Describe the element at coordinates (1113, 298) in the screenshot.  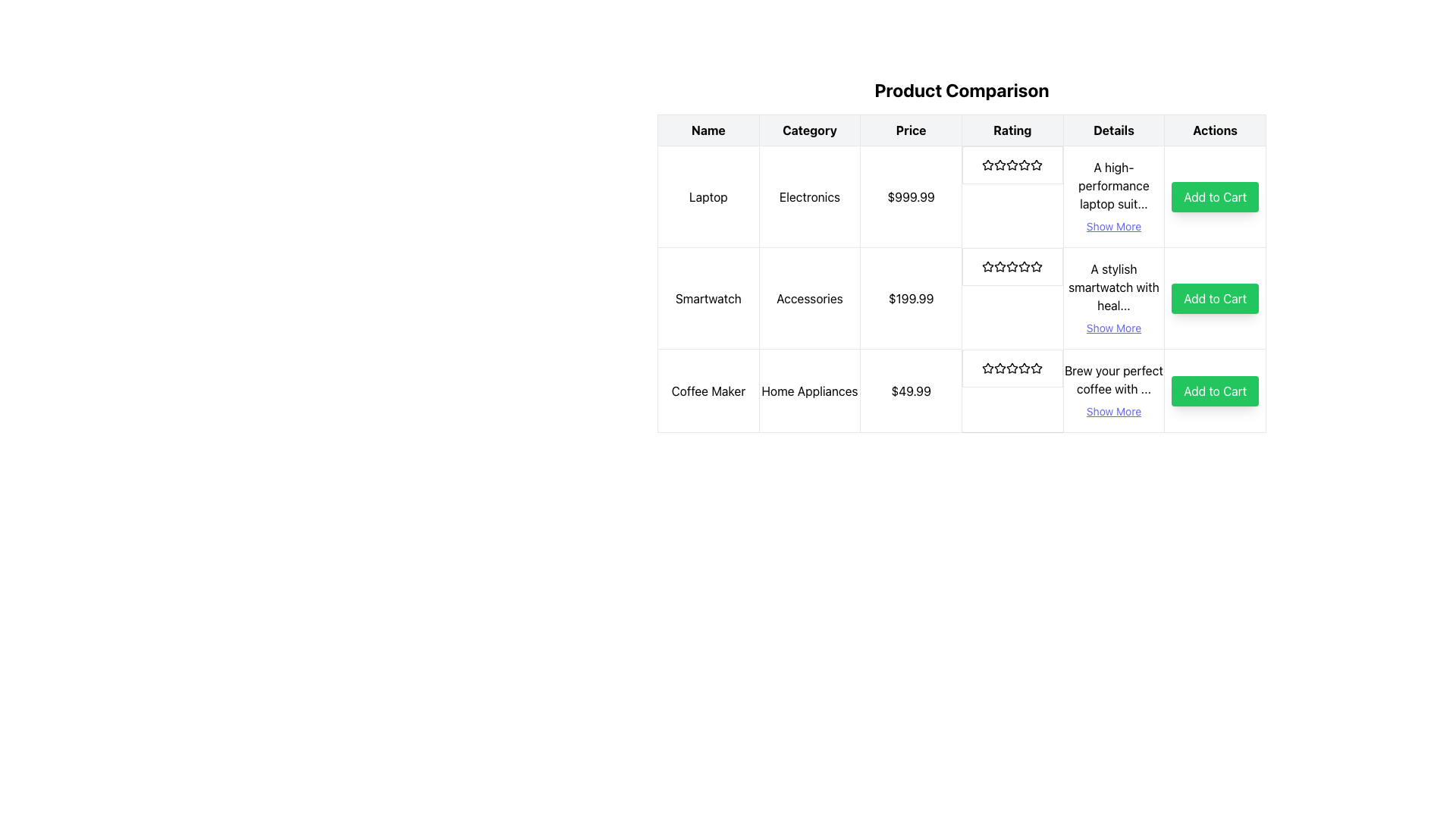
I see `the text block containing the 'Show More' link for the smartwatch in the product comparison table` at that location.